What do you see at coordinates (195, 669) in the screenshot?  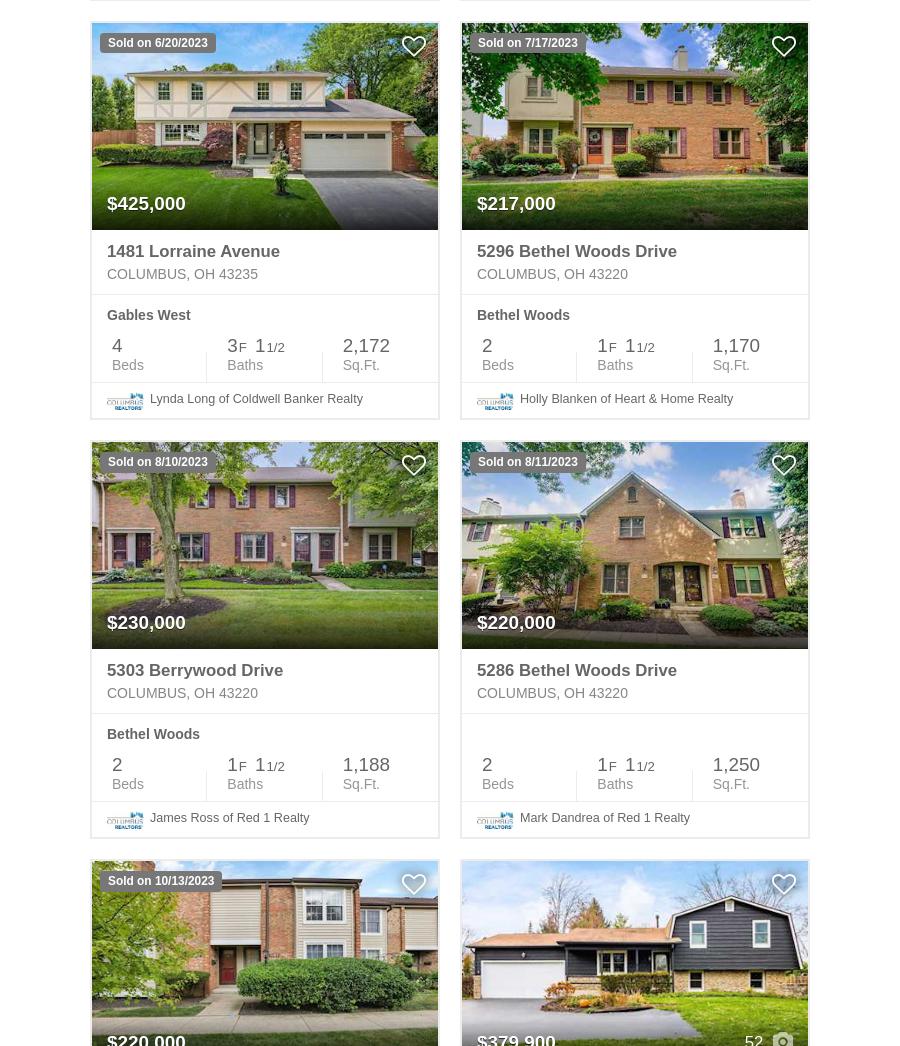 I see `'5303 Berrywood Drive'` at bounding box center [195, 669].